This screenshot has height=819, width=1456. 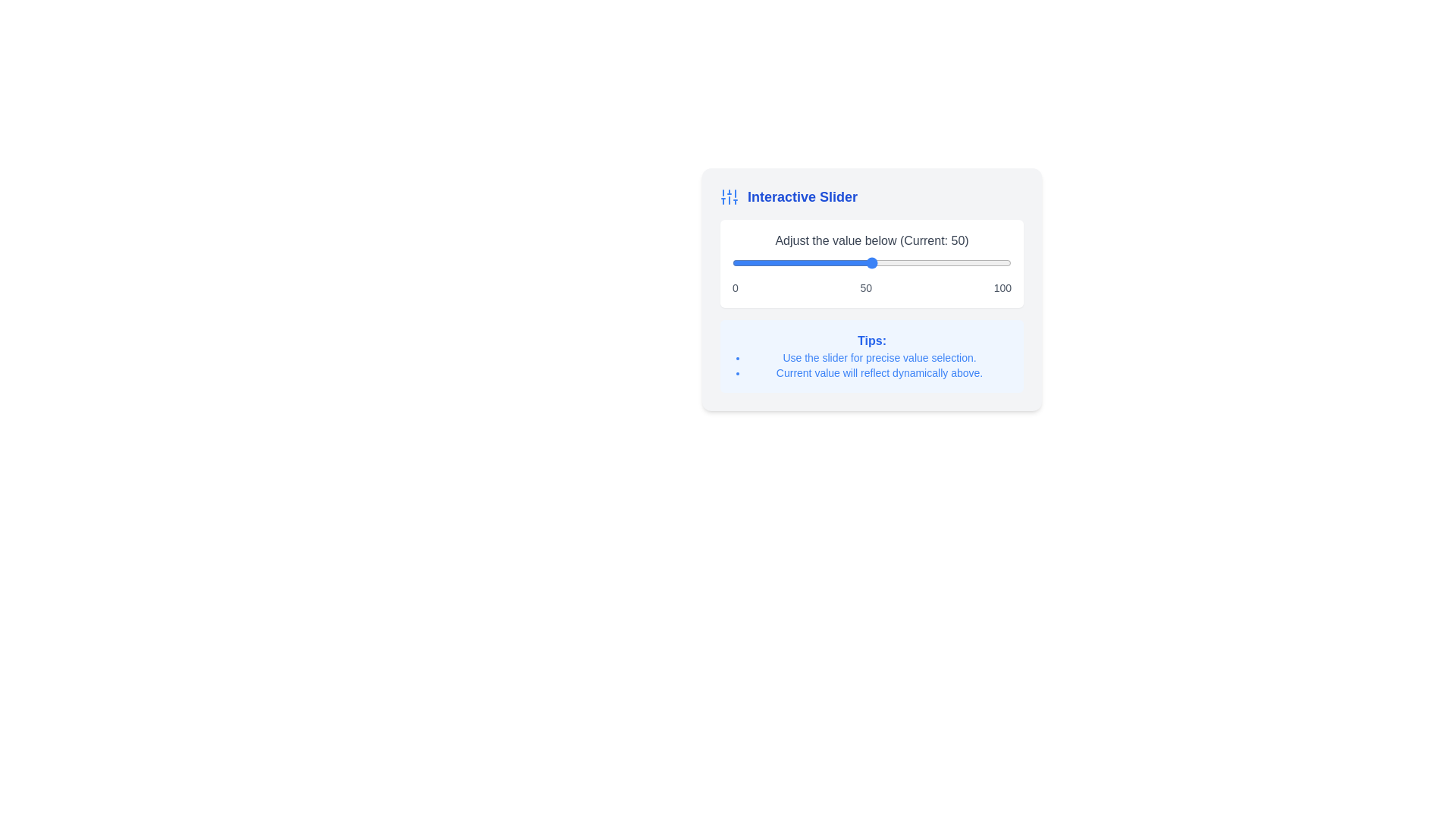 I want to click on the text label displaying the value '50', which is centrally positioned between the labels '0' and '100' on the slider widget, so click(x=866, y=288).